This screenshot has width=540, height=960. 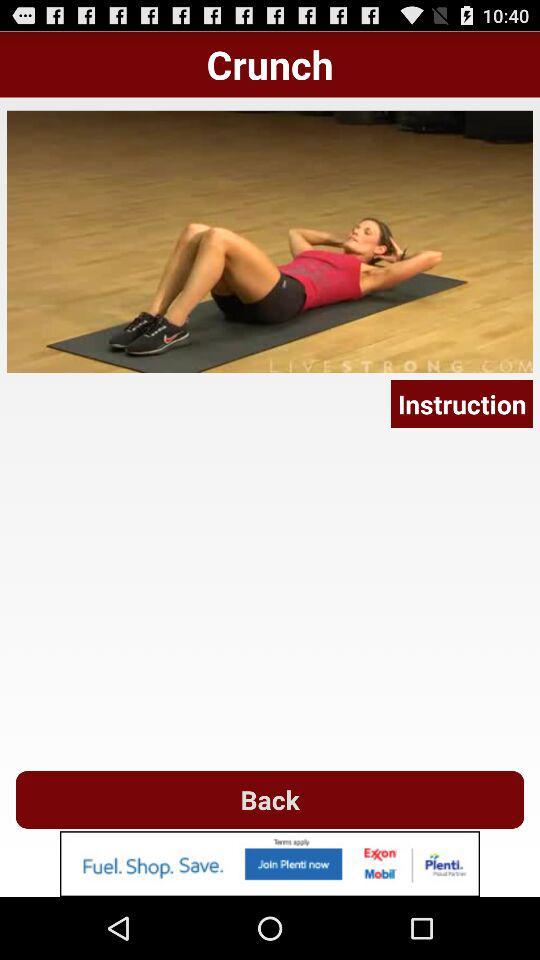 What do you see at coordinates (270, 863) in the screenshot?
I see `advertisement image` at bounding box center [270, 863].